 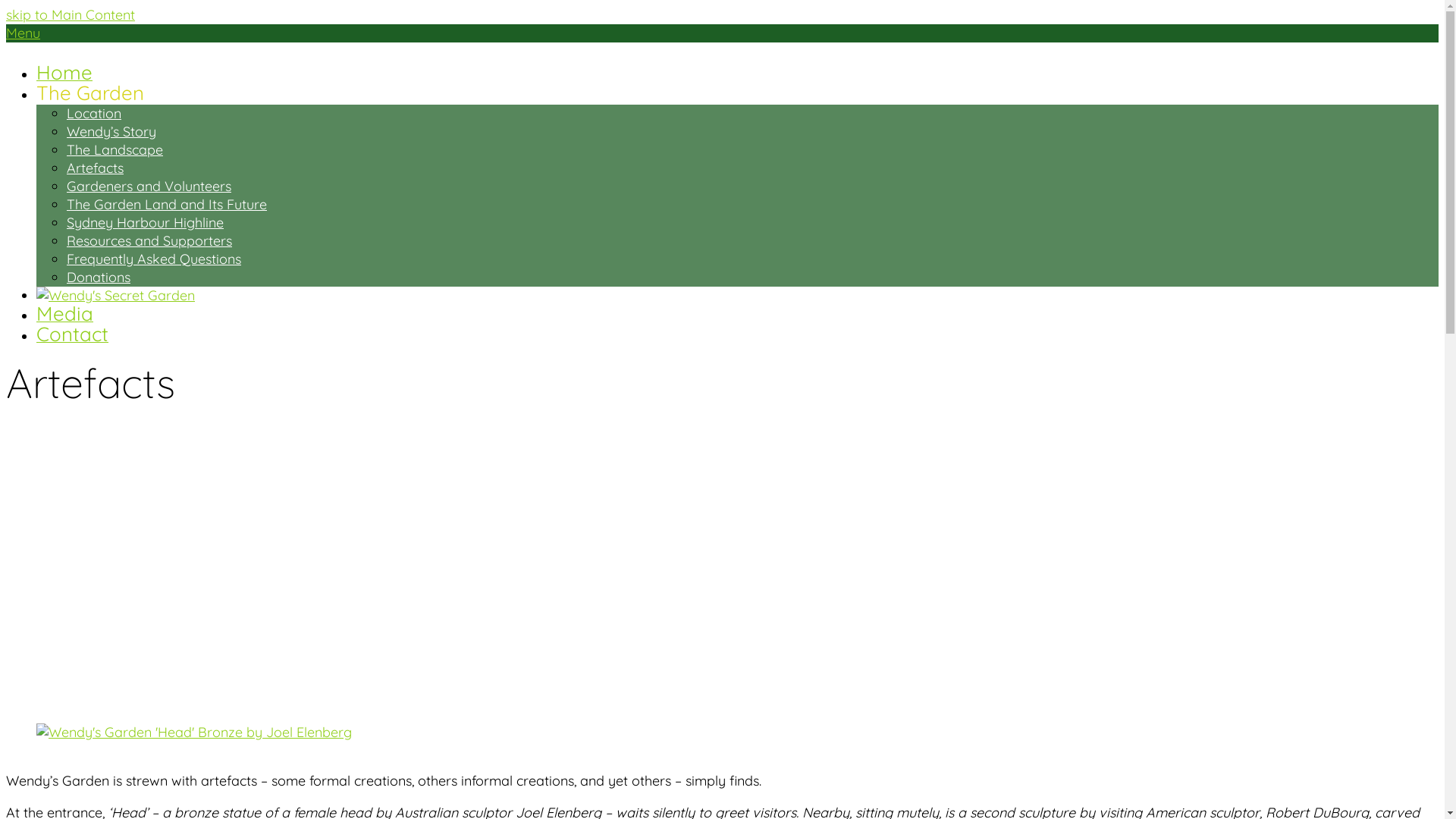 What do you see at coordinates (145, 222) in the screenshot?
I see `'Sydney Harbour Highline'` at bounding box center [145, 222].